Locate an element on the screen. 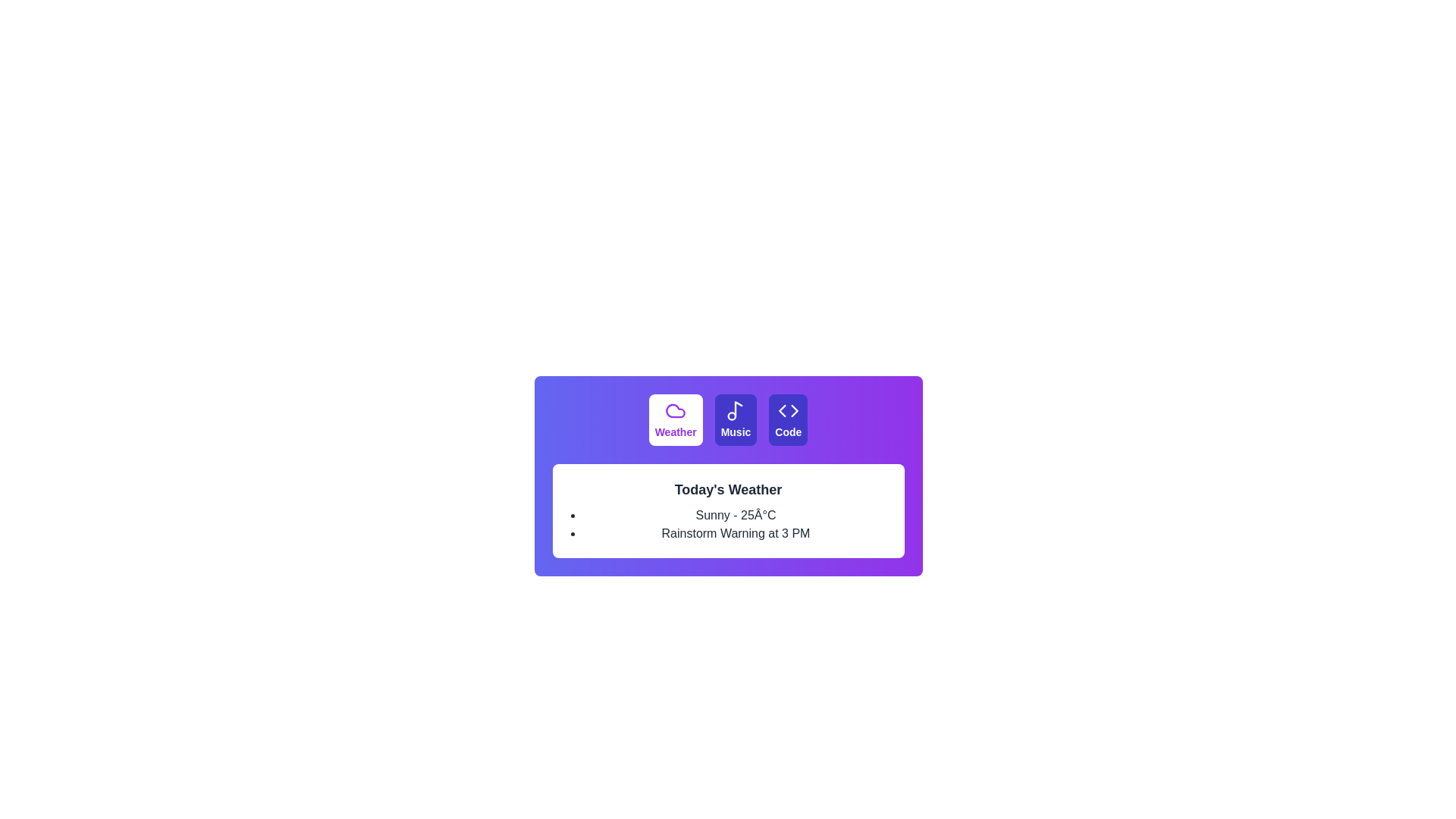 This screenshot has height=819, width=1456. text label displaying 'Sunny - 25°C' in the center of the card under the 'Today's Weather' section is located at coordinates (736, 514).